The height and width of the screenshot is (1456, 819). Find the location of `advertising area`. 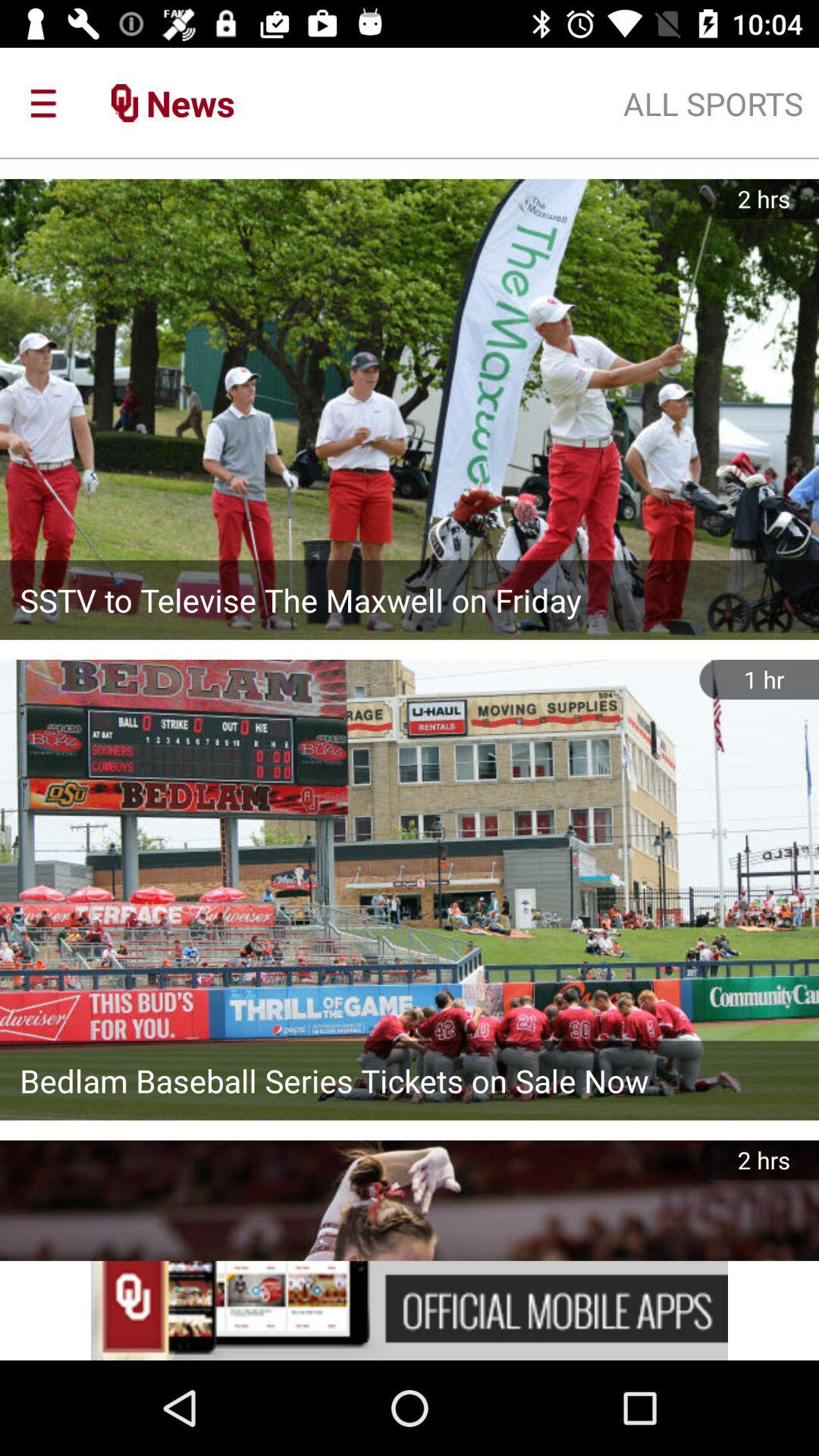

advertising area is located at coordinates (409, 1310).